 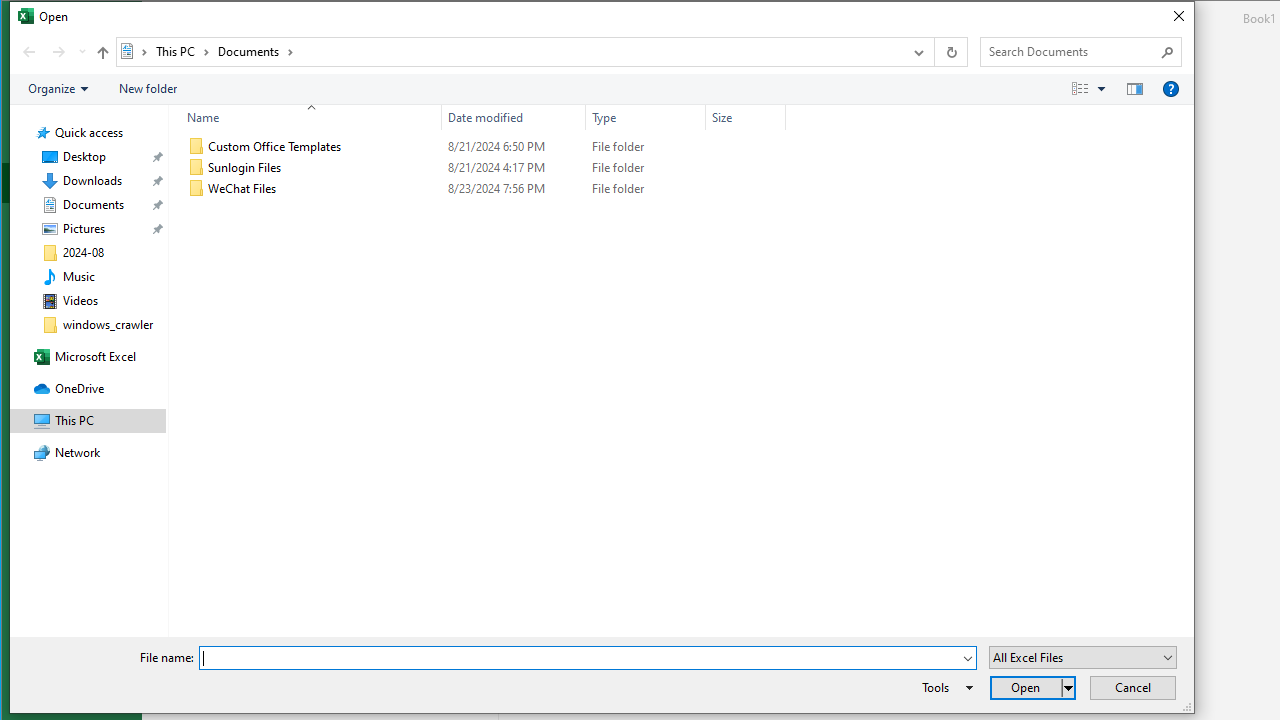 I want to click on 'Class: UIImage', so click(x=197, y=189).